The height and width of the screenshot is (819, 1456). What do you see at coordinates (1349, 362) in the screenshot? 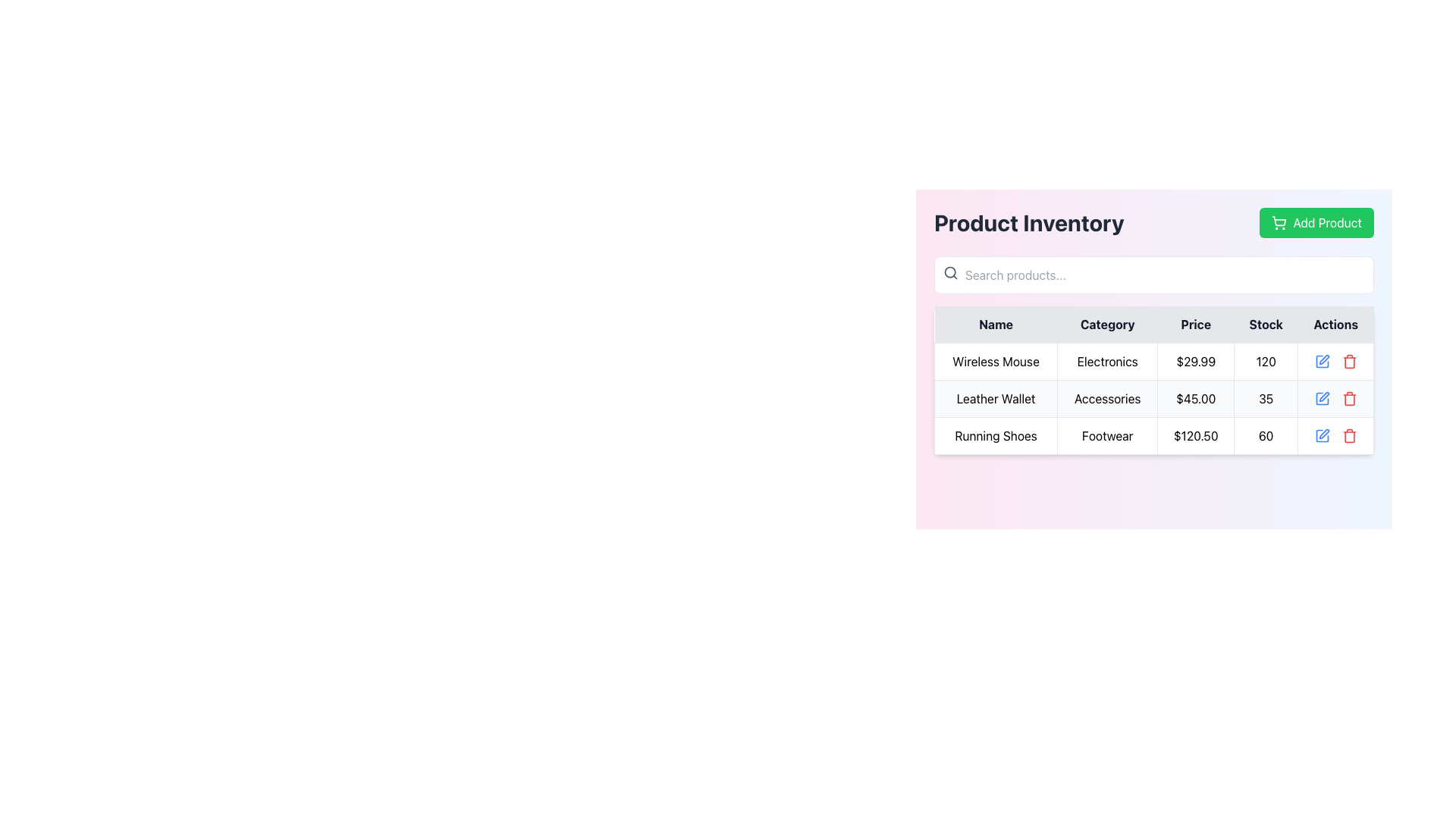
I see `the delete button in the 'Actions' column` at bounding box center [1349, 362].